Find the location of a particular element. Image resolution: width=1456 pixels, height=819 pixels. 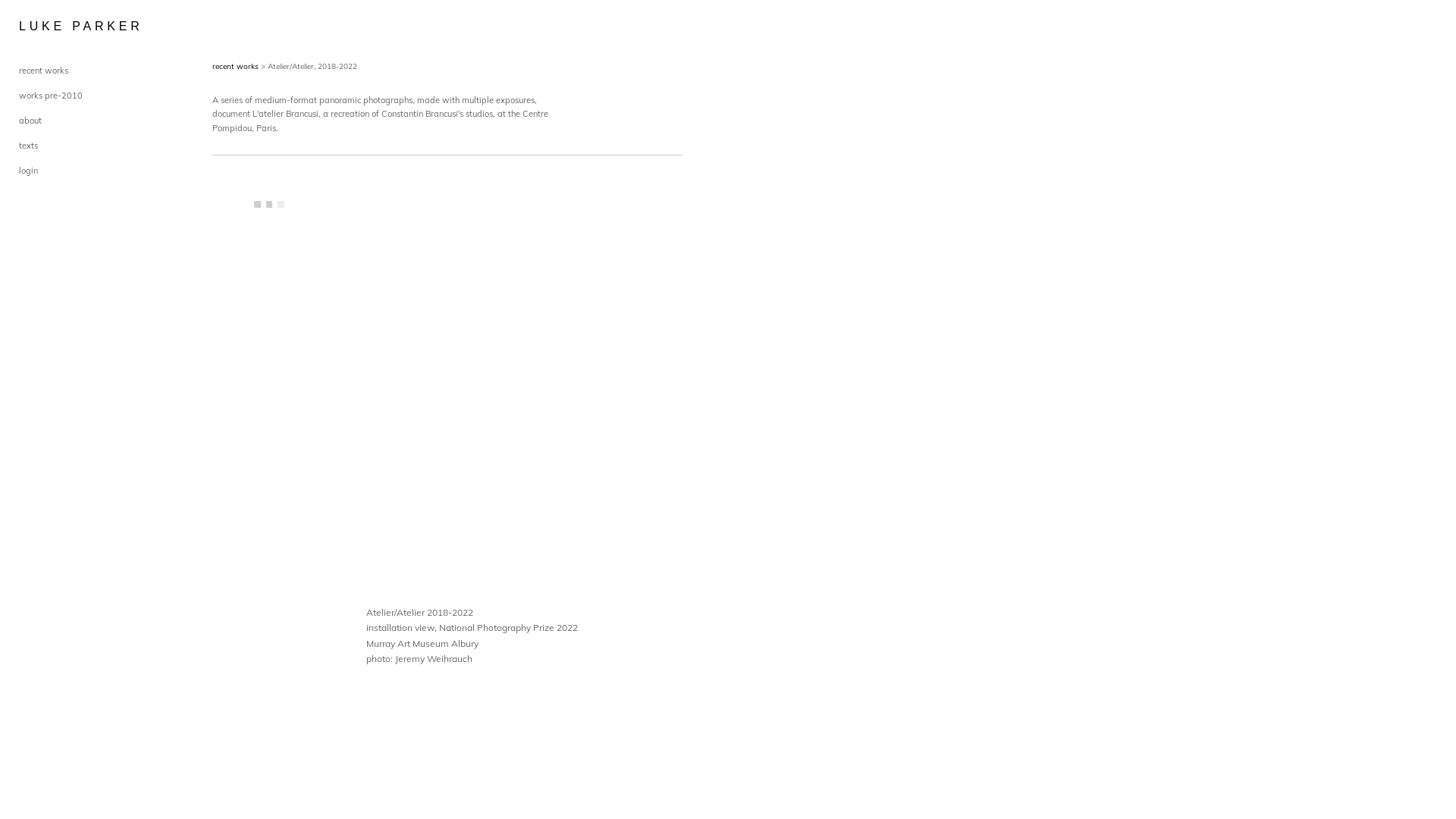

'texts' is located at coordinates (28, 146).